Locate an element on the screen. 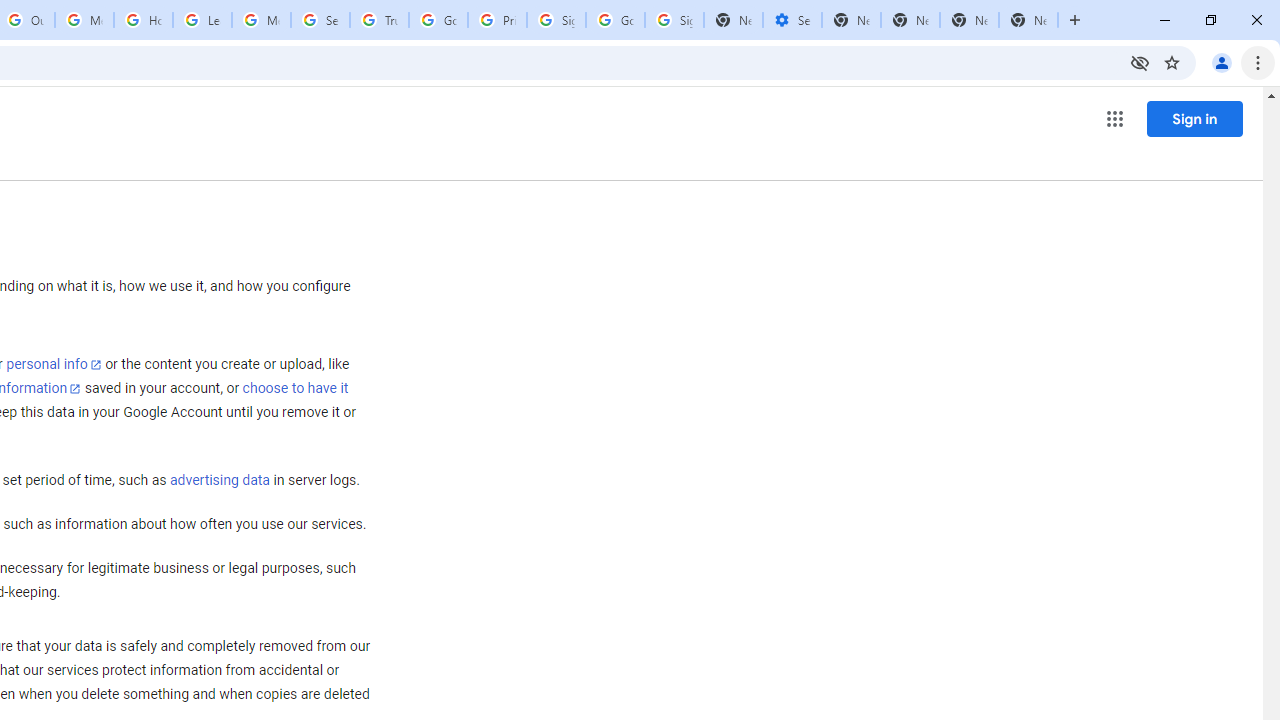  'advertising data' is located at coordinates (219, 481).